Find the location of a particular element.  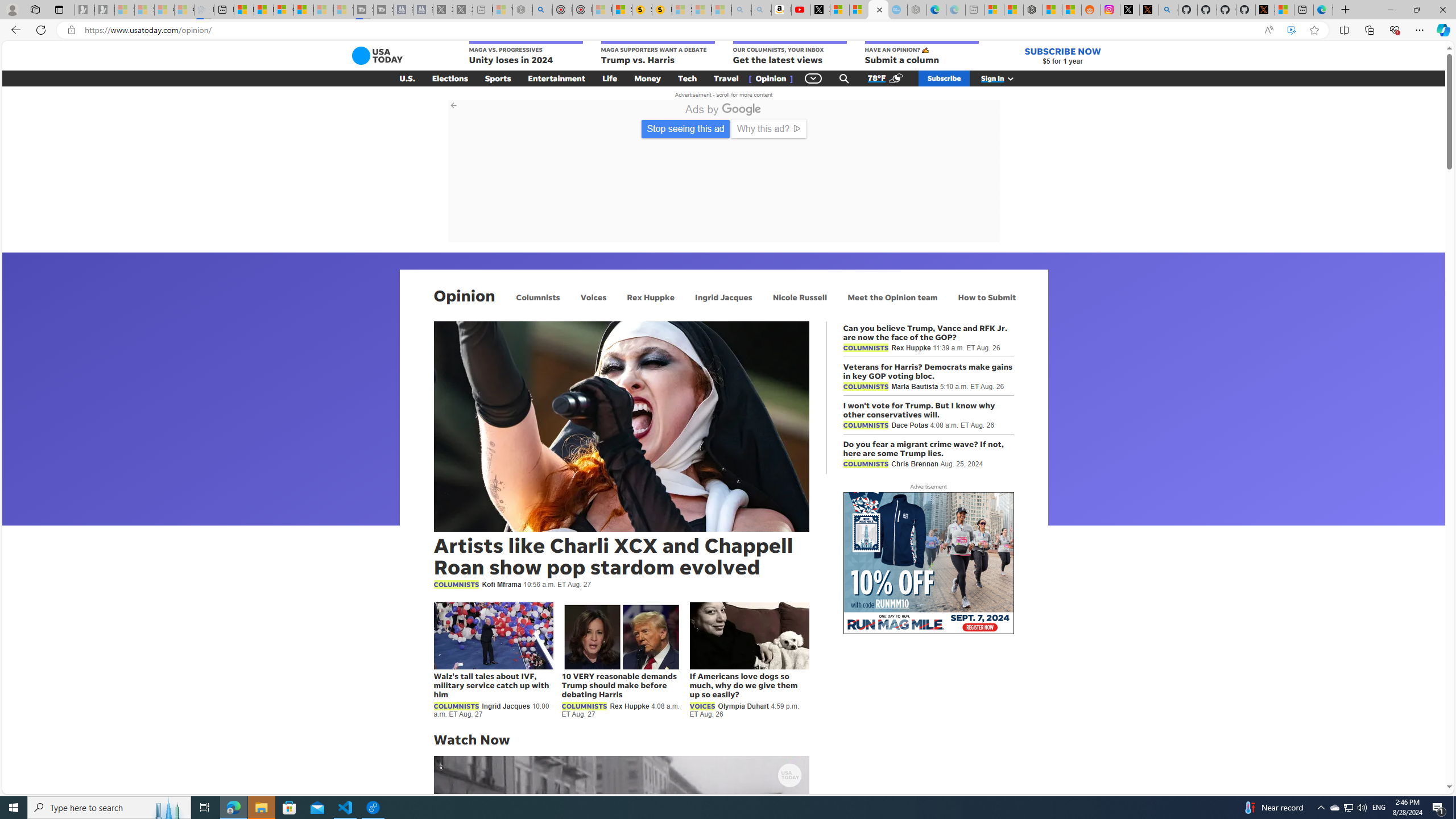

'Newsletter Sign Up - Sleeping' is located at coordinates (104, 9).